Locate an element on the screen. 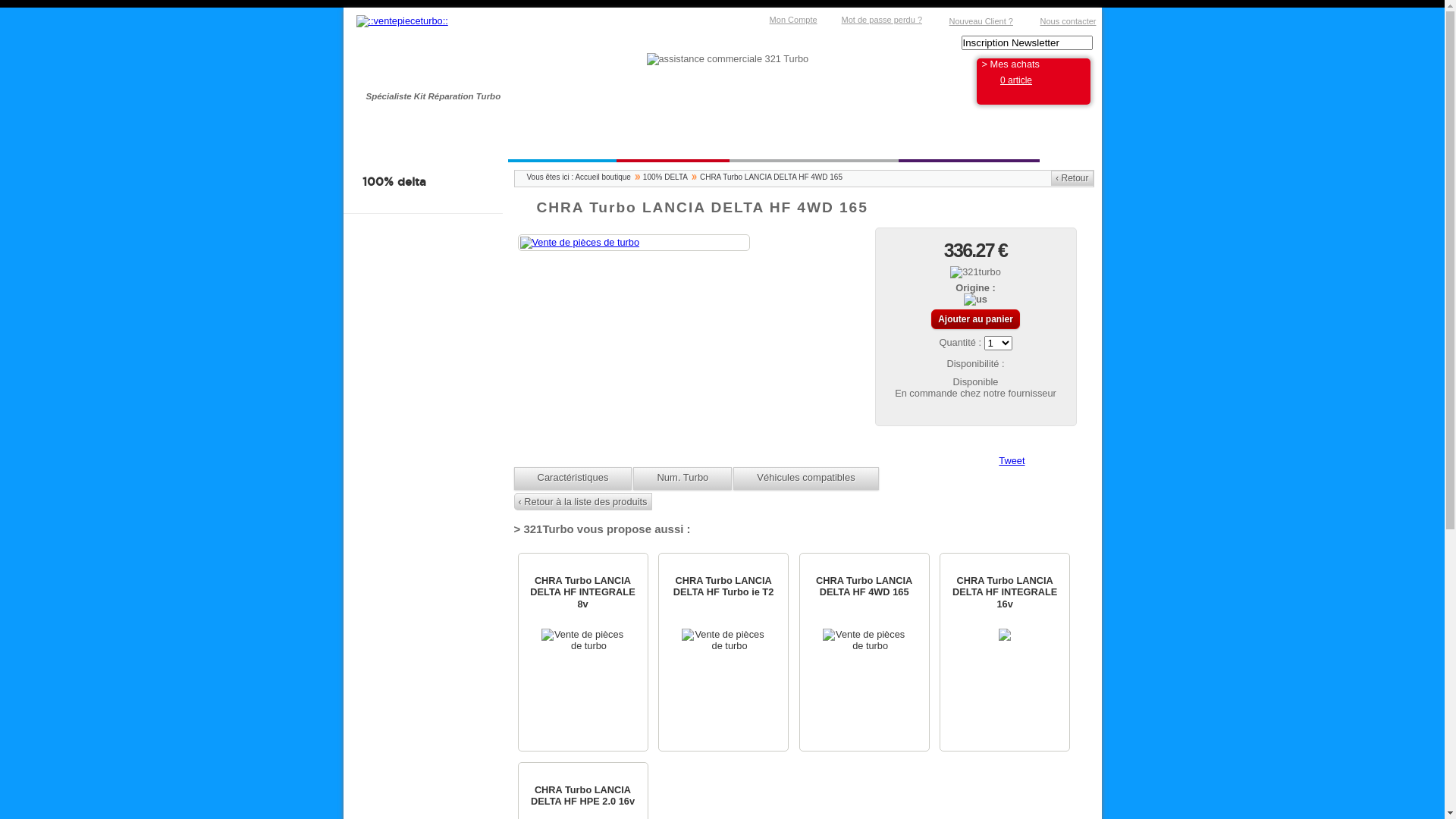 The width and height of the screenshot is (1456, 819). 'Num. Turbo' is located at coordinates (682, 479).